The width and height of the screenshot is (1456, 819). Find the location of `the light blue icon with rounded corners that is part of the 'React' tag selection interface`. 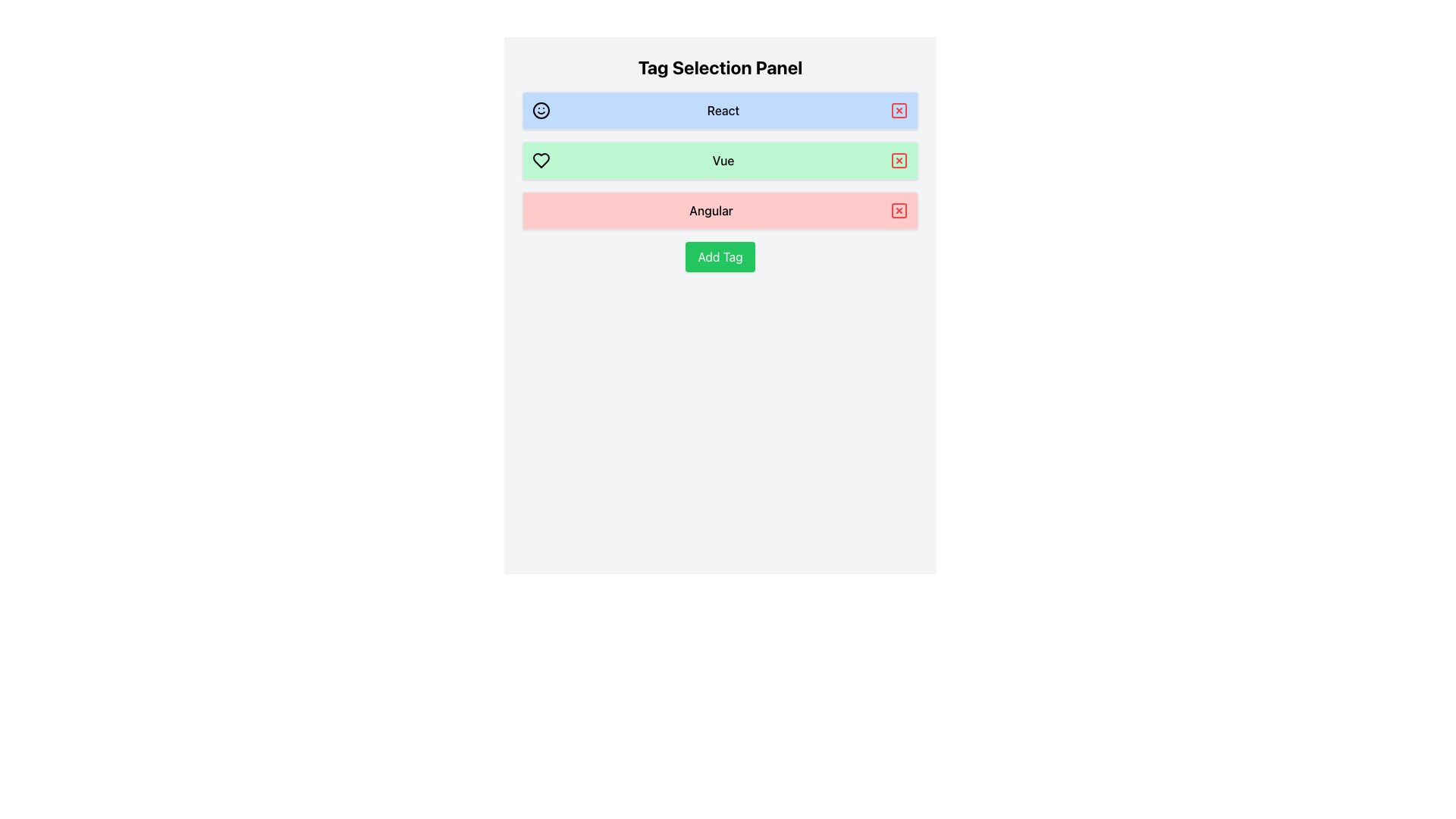

the light blue icon with rounded corners that is part of the 'React' tag selection interface is located at coordinates (899, 110).